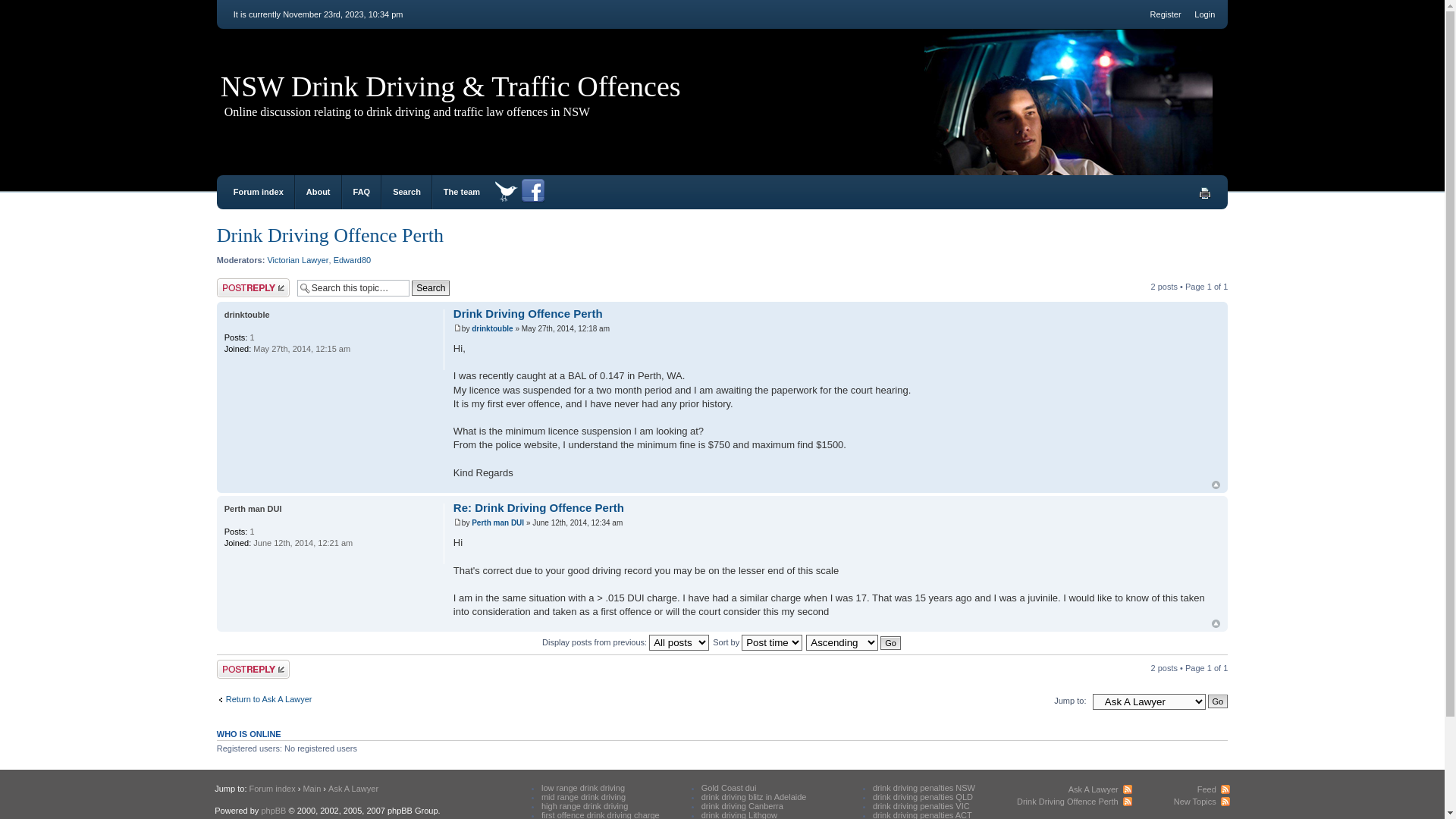 This screenshot has width=1456, height=819. Describe the element at coordinates (253, 668) in the screenshot. I see `'Post a reply'` at that location.